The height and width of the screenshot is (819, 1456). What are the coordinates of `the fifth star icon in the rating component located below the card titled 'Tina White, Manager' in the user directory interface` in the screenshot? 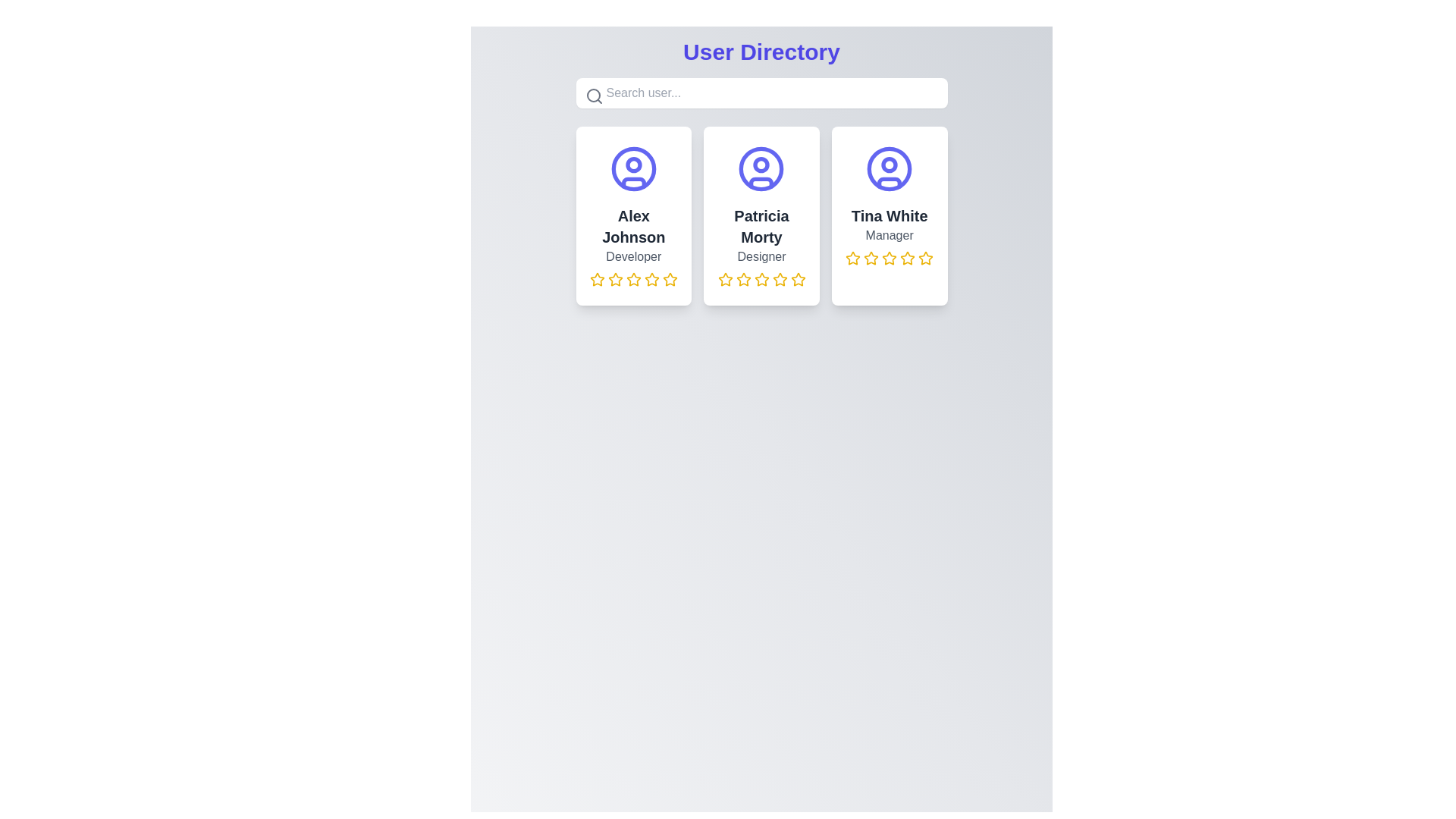 It's located at (908, 257).